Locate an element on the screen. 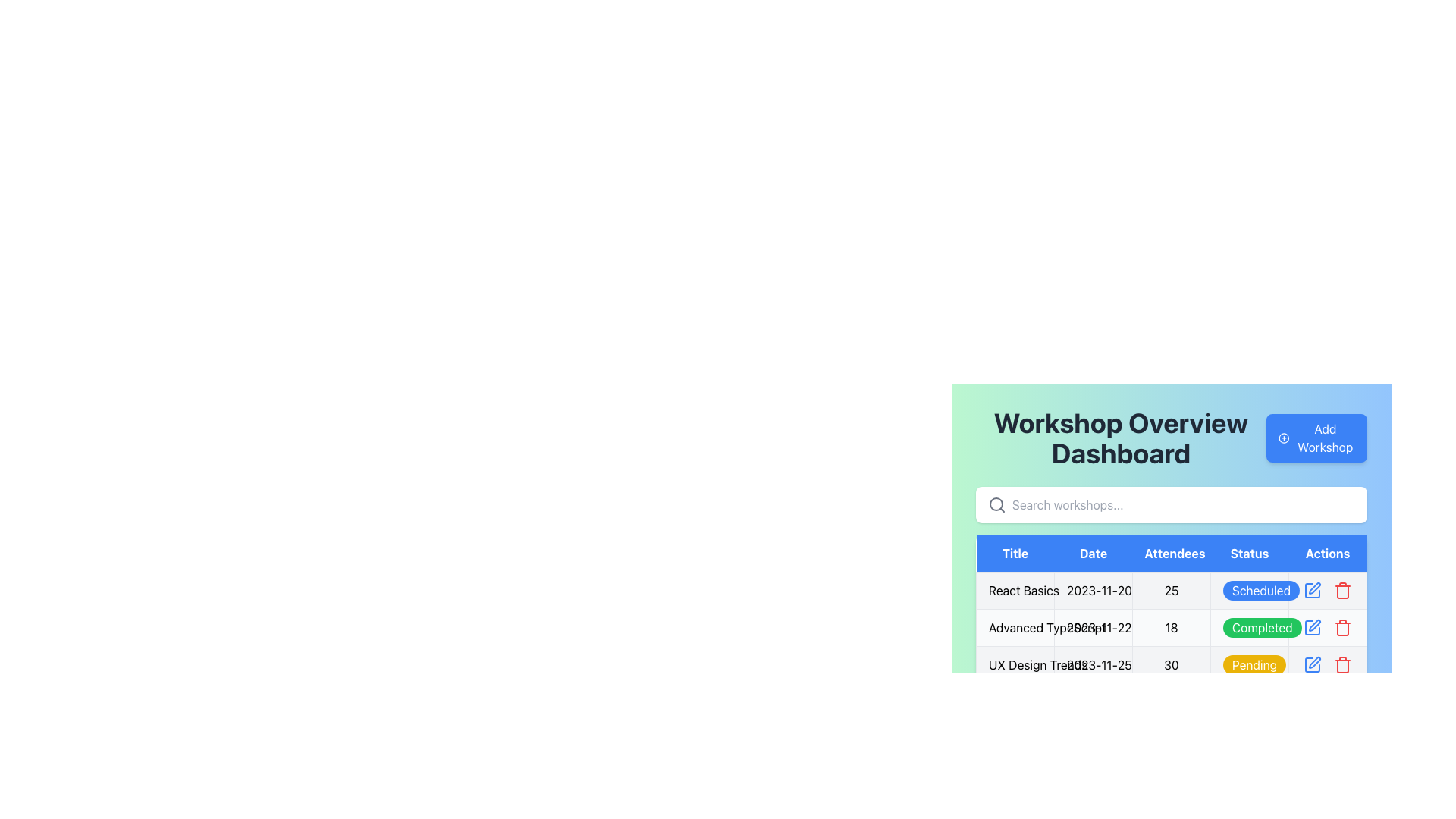 The width and height of the screenshot is (1456, 819). the Static Text Element displaying the attendee count for the 'Advanced TypeScript' workshop, located in the 'Attendees' column, which is non-interactive and serves an informational purpose is located at coordinates (1171, 628).